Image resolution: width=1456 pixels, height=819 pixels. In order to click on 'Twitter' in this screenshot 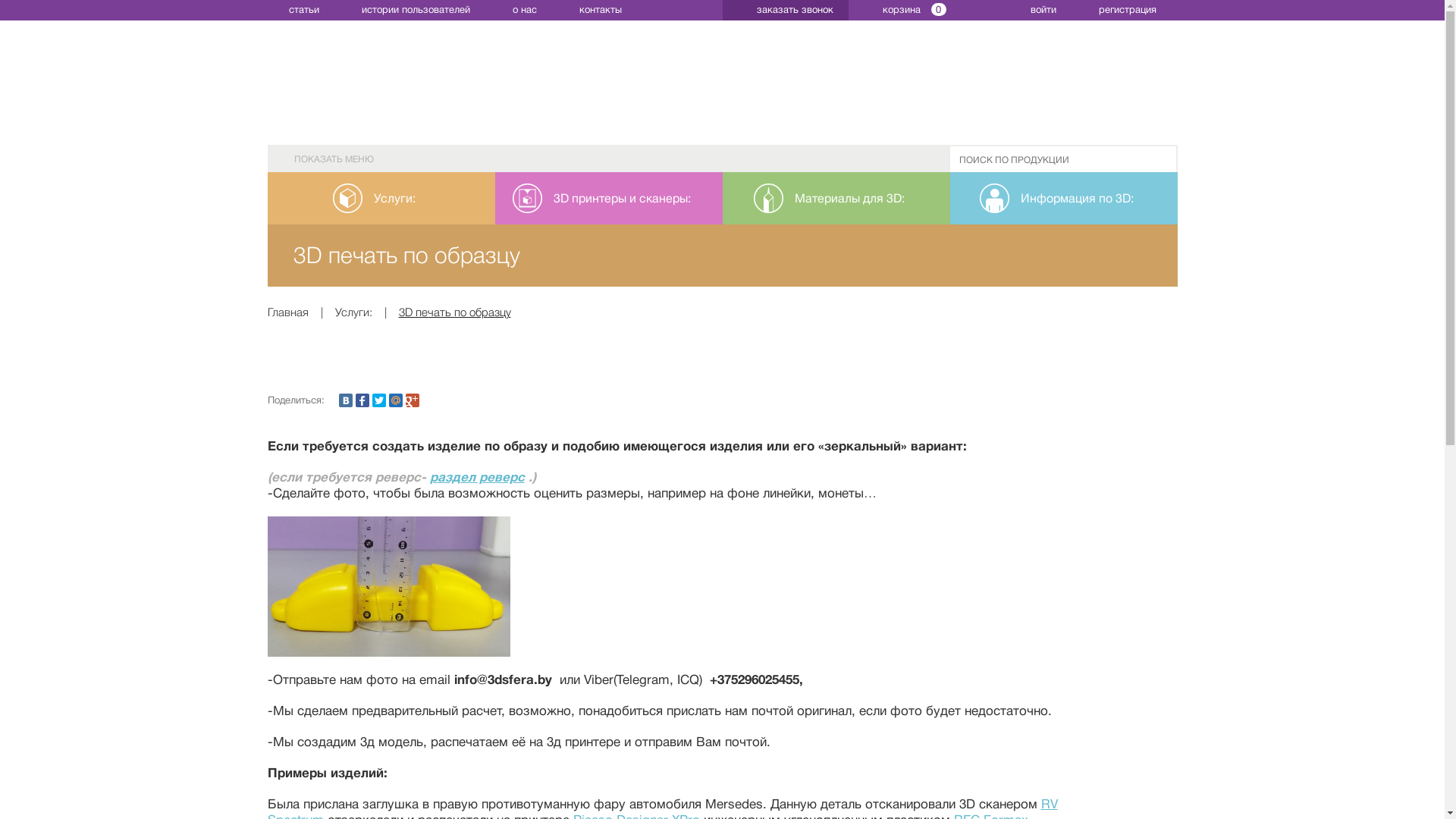, I will do `click(378, 400)`.